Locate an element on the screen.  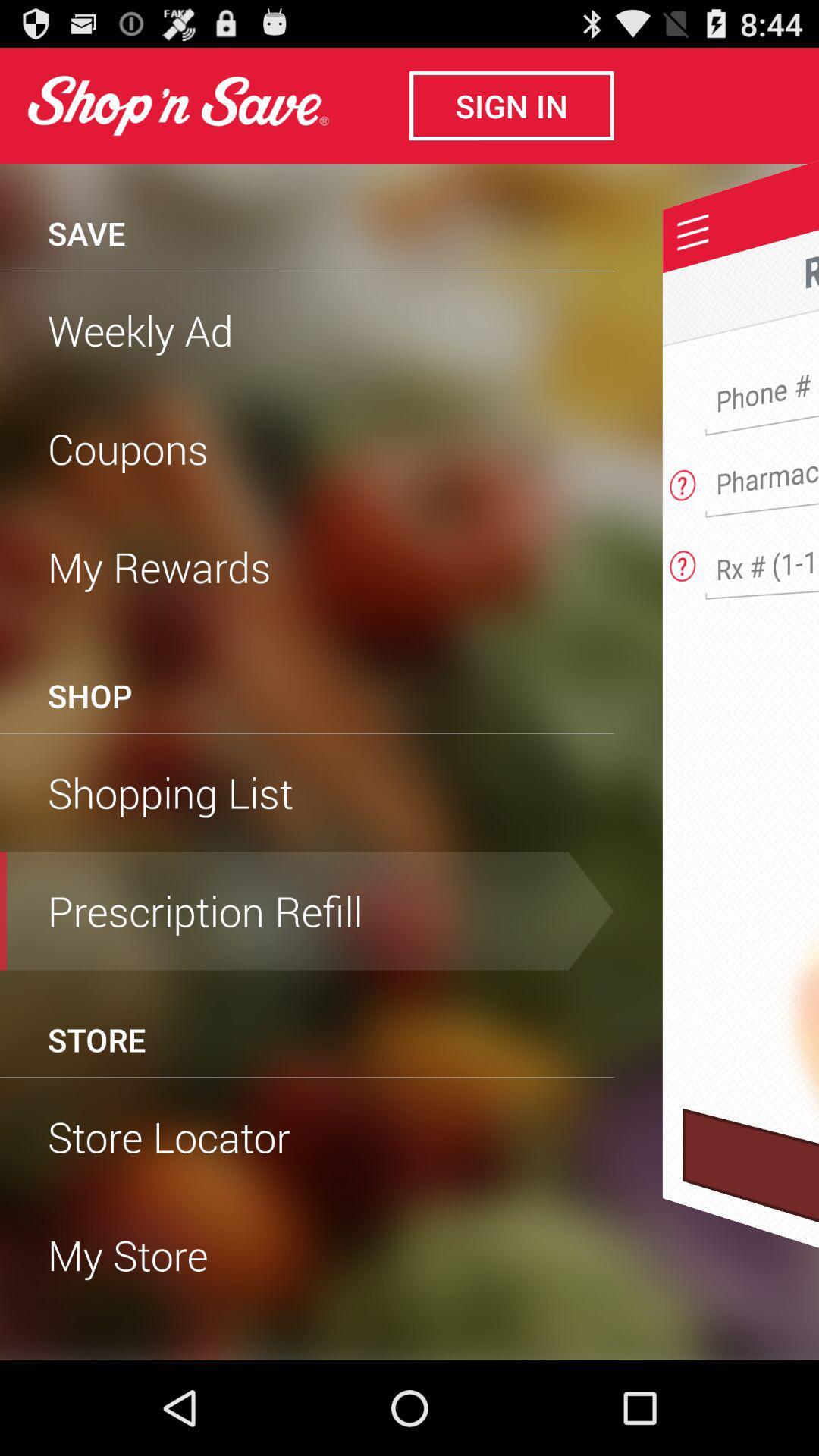
item to the left of the refill a prescription icon is located at coordinates (86, 232).